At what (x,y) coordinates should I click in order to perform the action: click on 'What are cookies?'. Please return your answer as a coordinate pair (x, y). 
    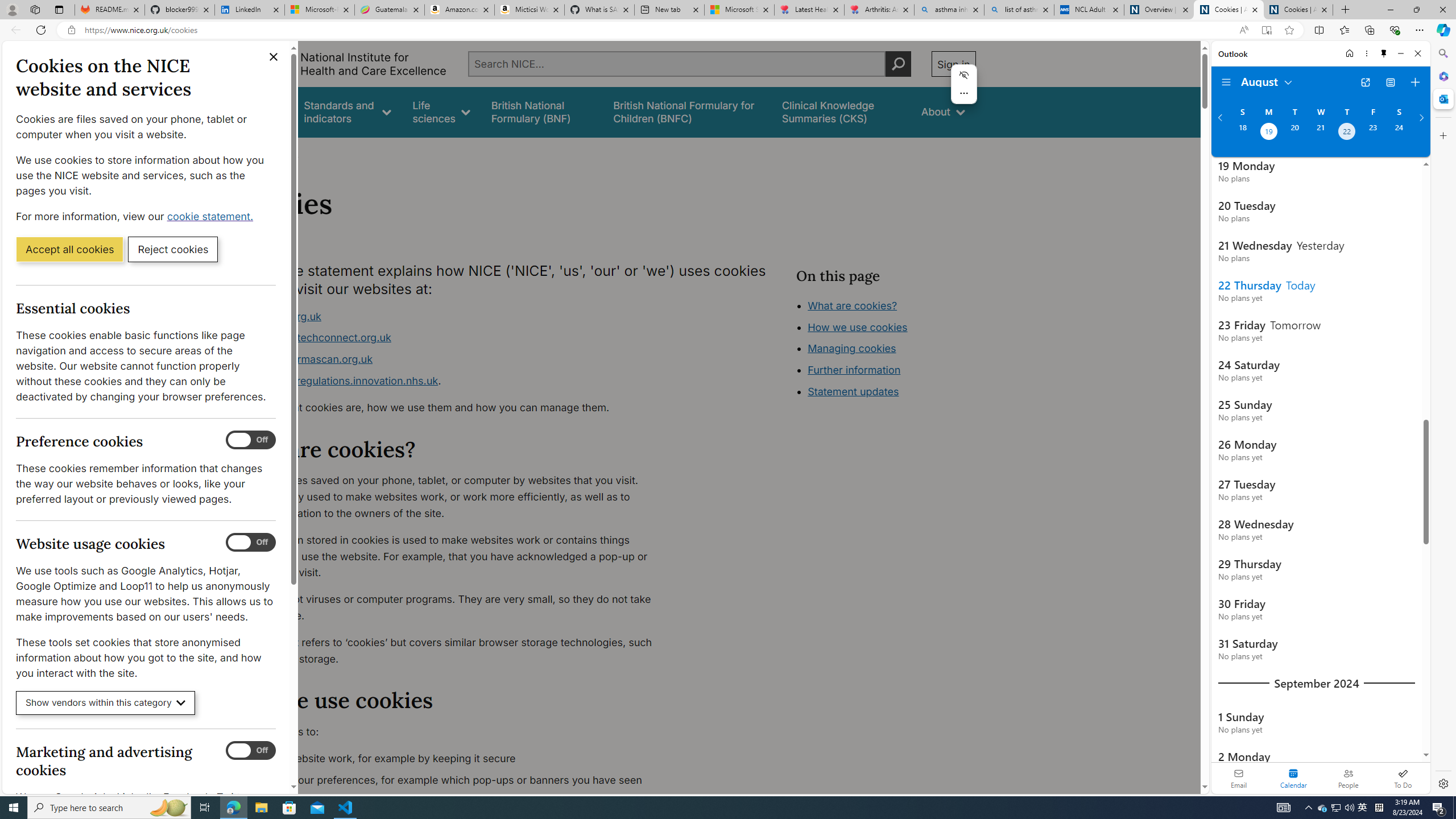
    Looking at the image, I should click on (851, 305).